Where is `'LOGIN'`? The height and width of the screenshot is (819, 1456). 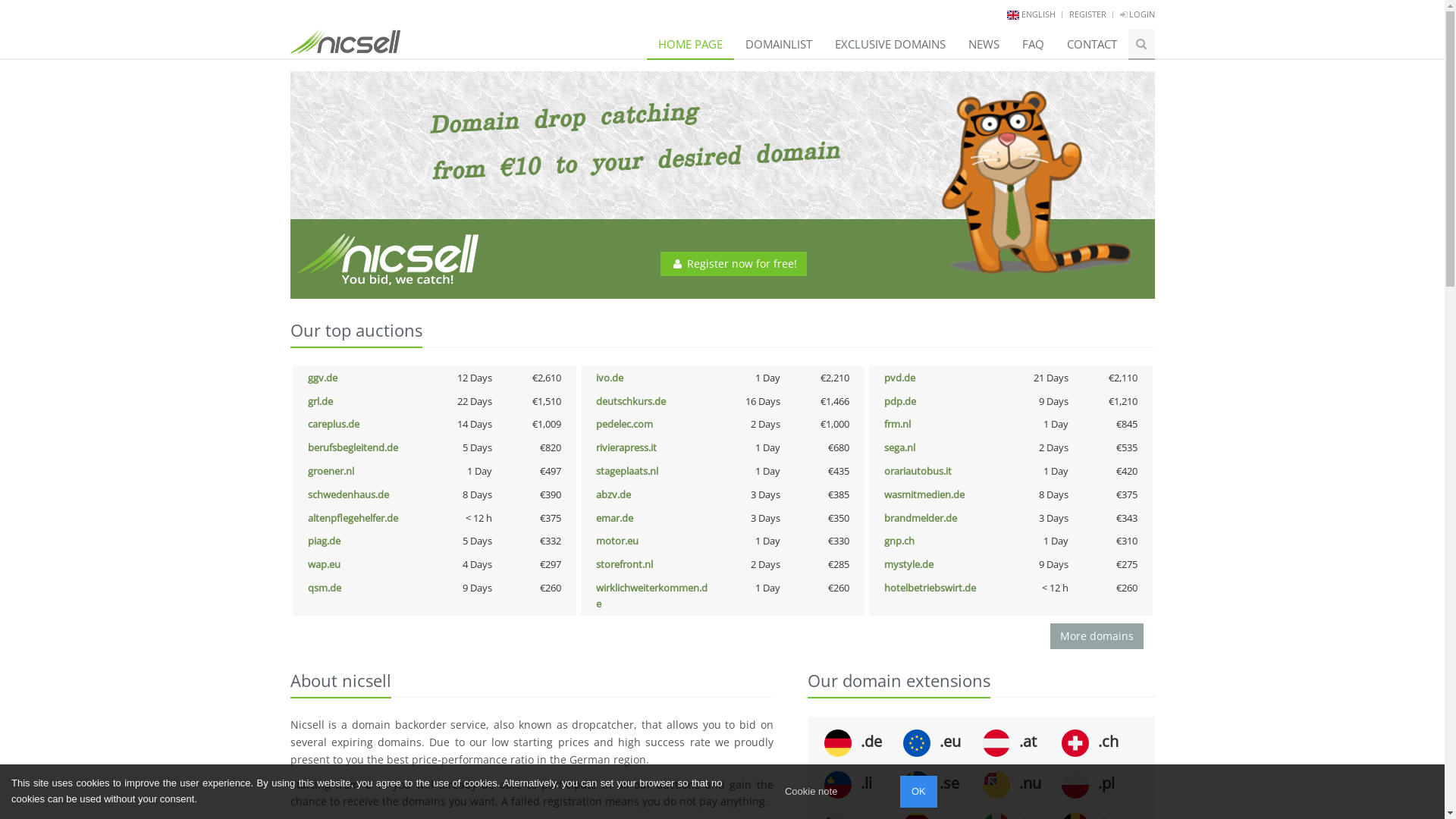
'LOGIN' is located at coordinates (1136, 14).